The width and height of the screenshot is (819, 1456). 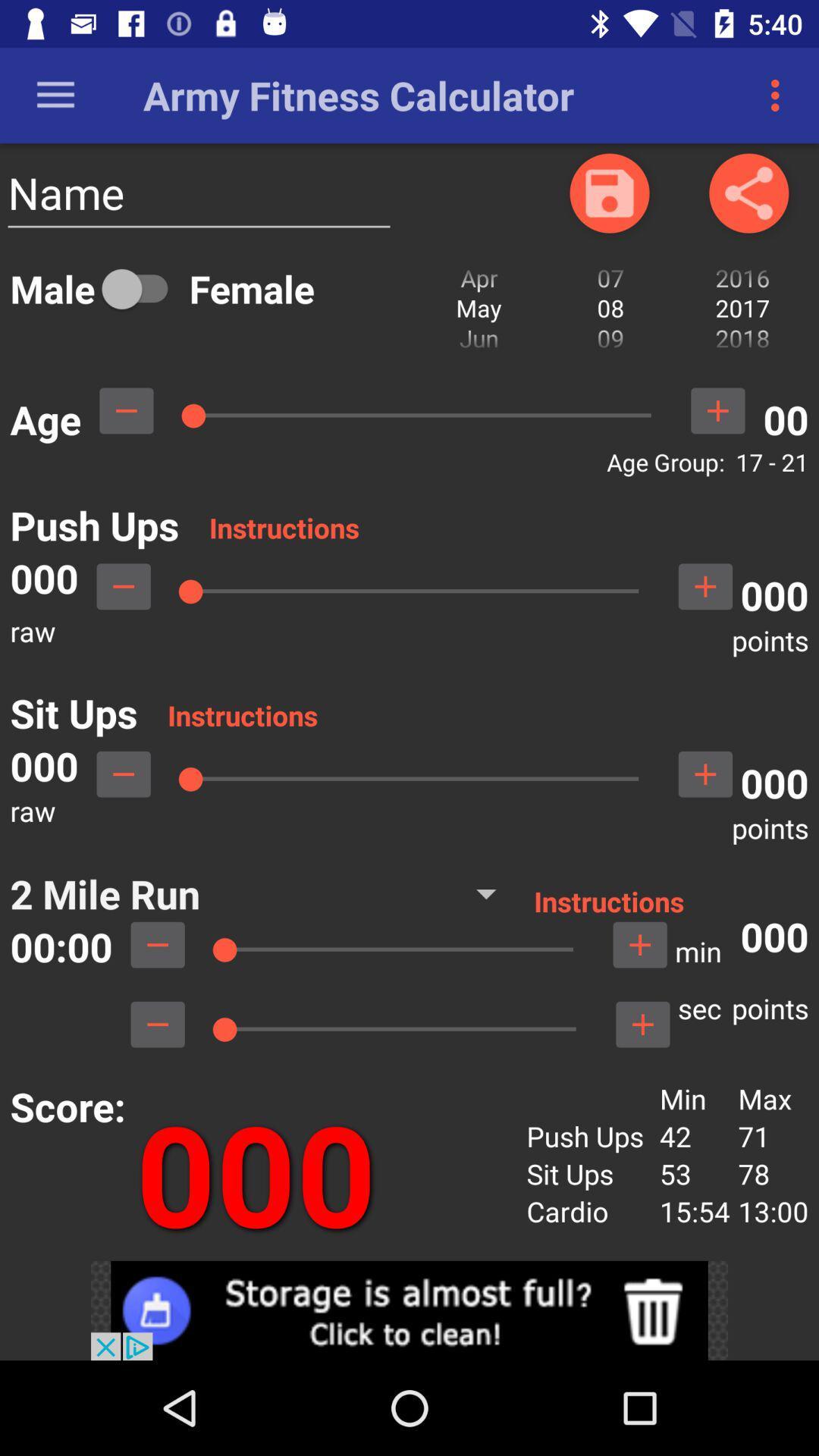 What do you see at coordinates (608, 192) in the screenshot?
I see `contact` at bounding box center [608, 192].